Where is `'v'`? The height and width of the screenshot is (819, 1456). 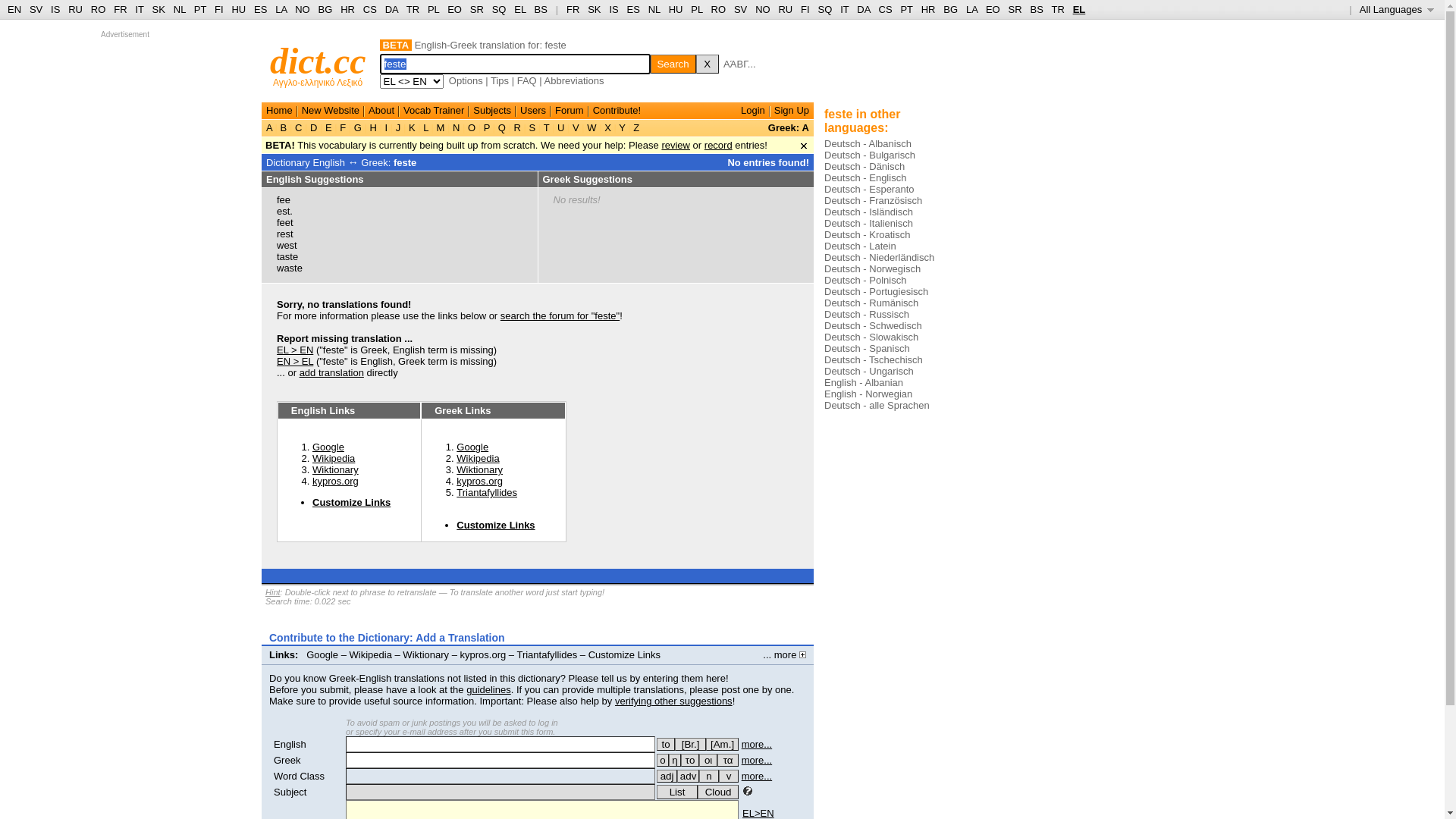 'v' is located at coordinates (728, 776).